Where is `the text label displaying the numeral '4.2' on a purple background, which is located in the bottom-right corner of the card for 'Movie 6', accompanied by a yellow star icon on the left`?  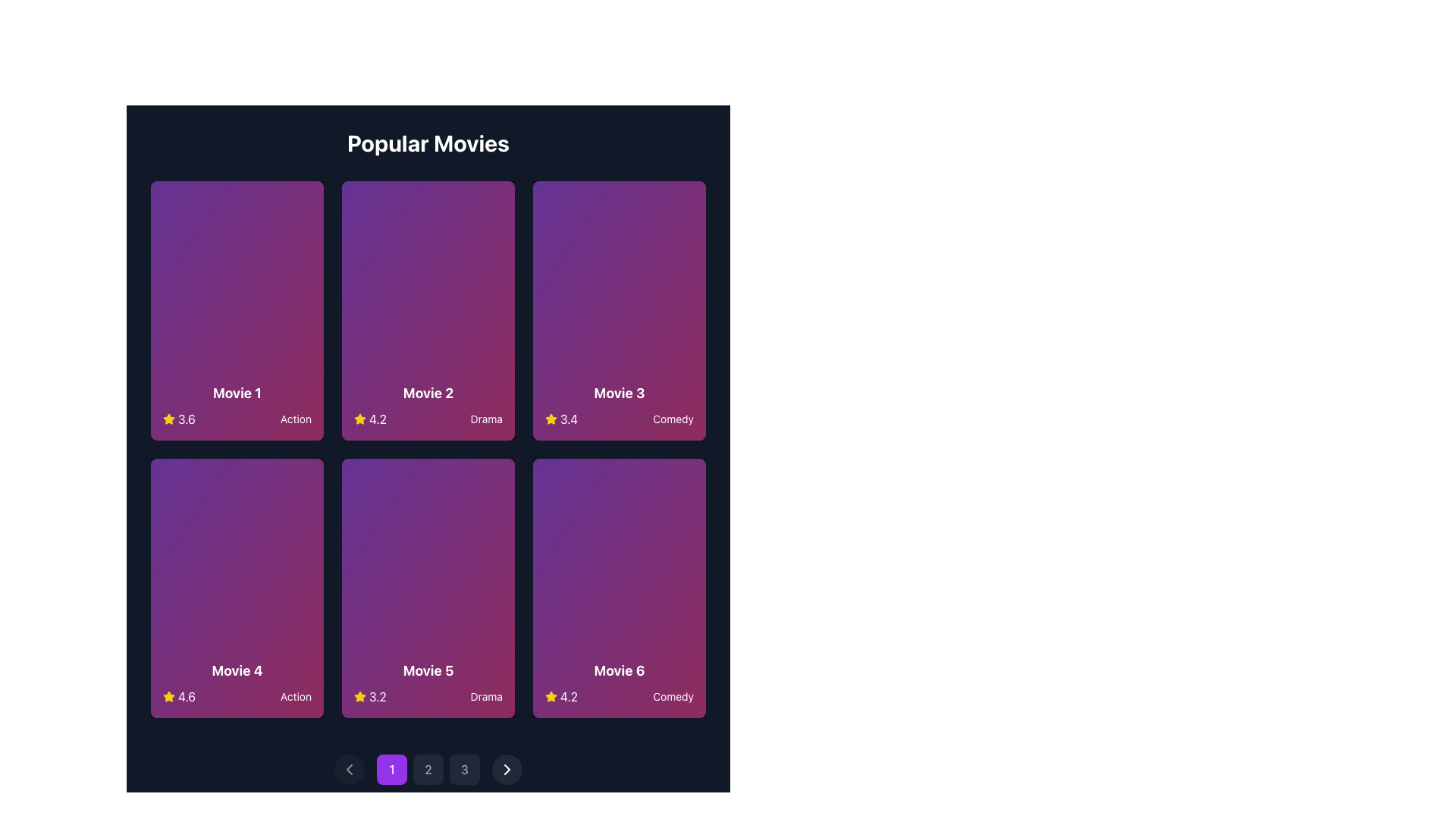
the text label displaying the numeral '4.2' on a purple background, which is located in the bottom-right corner of the card for 'Movie 6', accompanied by a yellow star icon on the left is located at coordinates (560, 696).